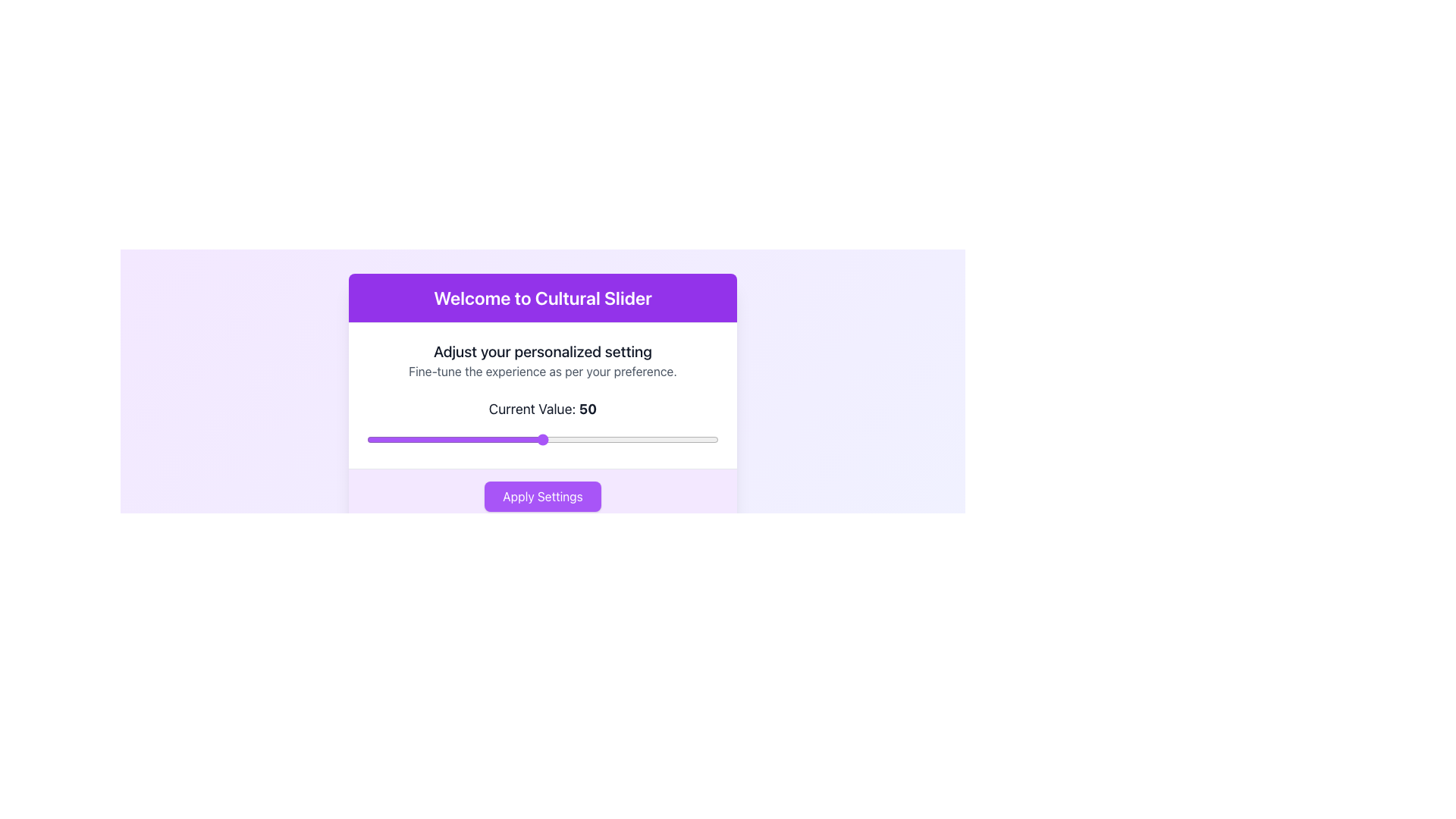 This screenshot has height=819, width=1456. What do you see at coordinates (679, 439) in the screenshot?
I see `the slider` at bounding box center [679, 439].